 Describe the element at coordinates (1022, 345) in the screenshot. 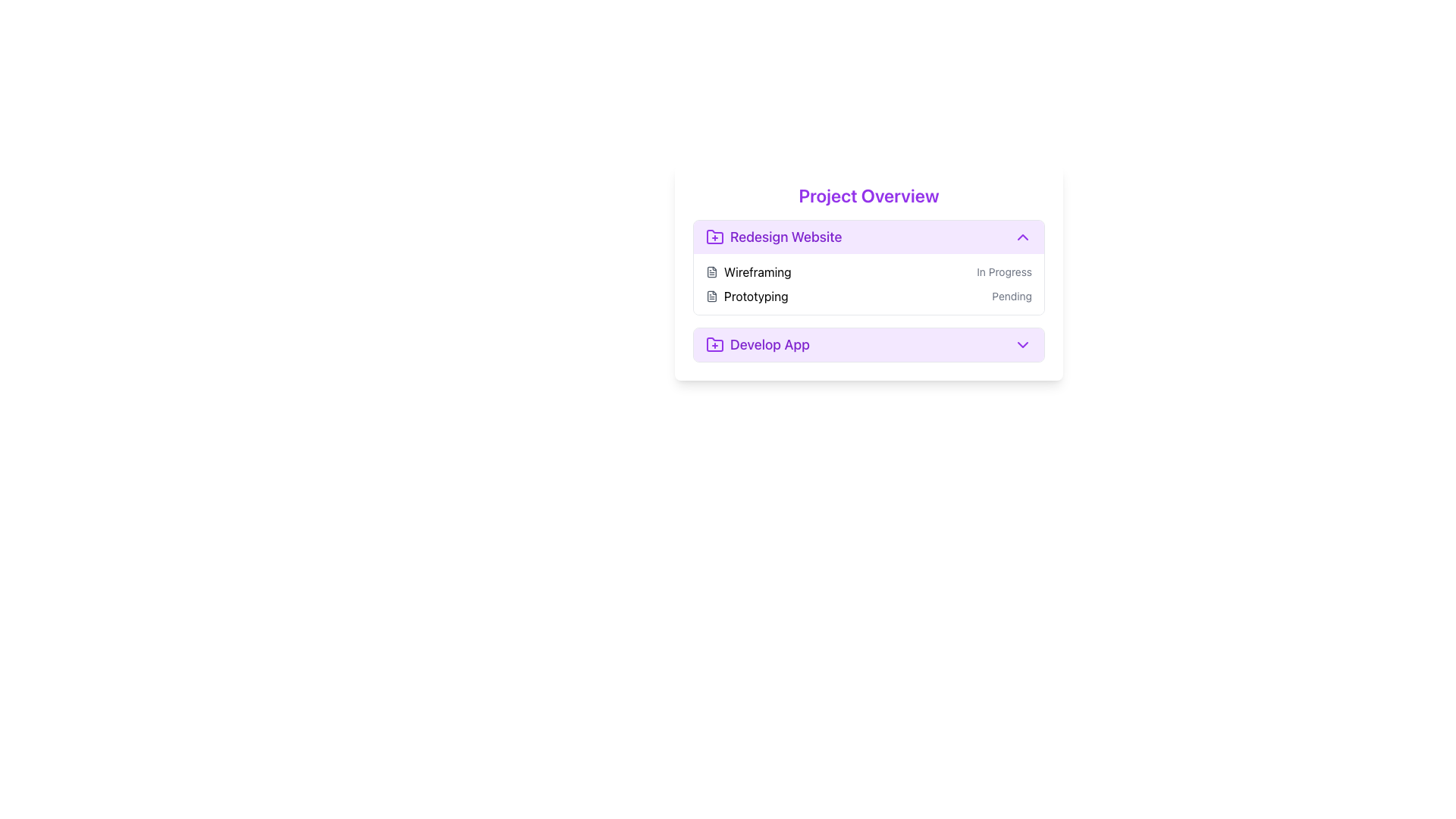

I see `the toggle button located on the extreme right side of the 'Develop App' section` at that location.